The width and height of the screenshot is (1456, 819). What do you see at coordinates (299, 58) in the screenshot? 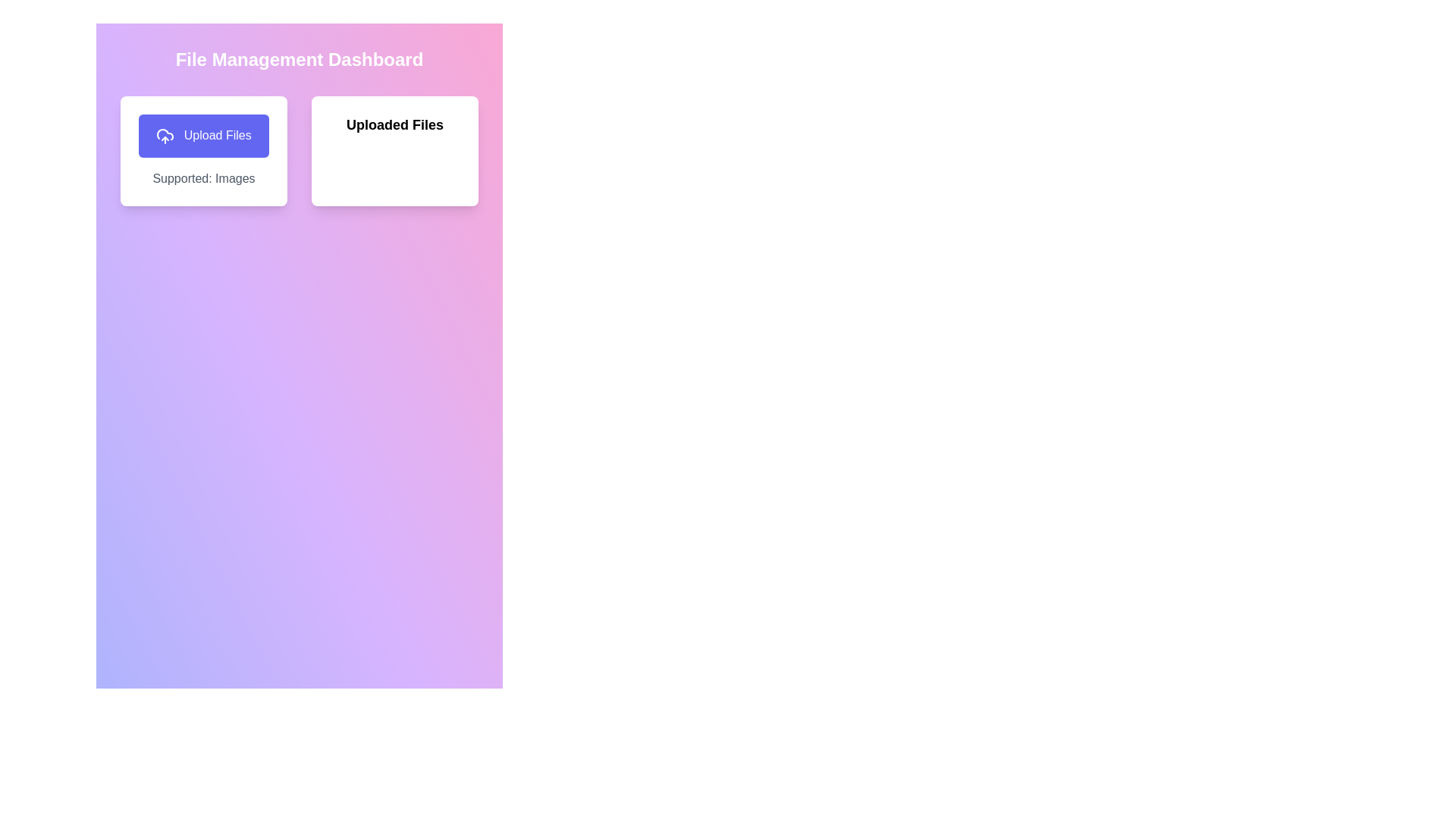
I see `the Text Header that serves as the title for the interface, providing contextual information about the dashboard's purpose` at bounding box center [299, 58].